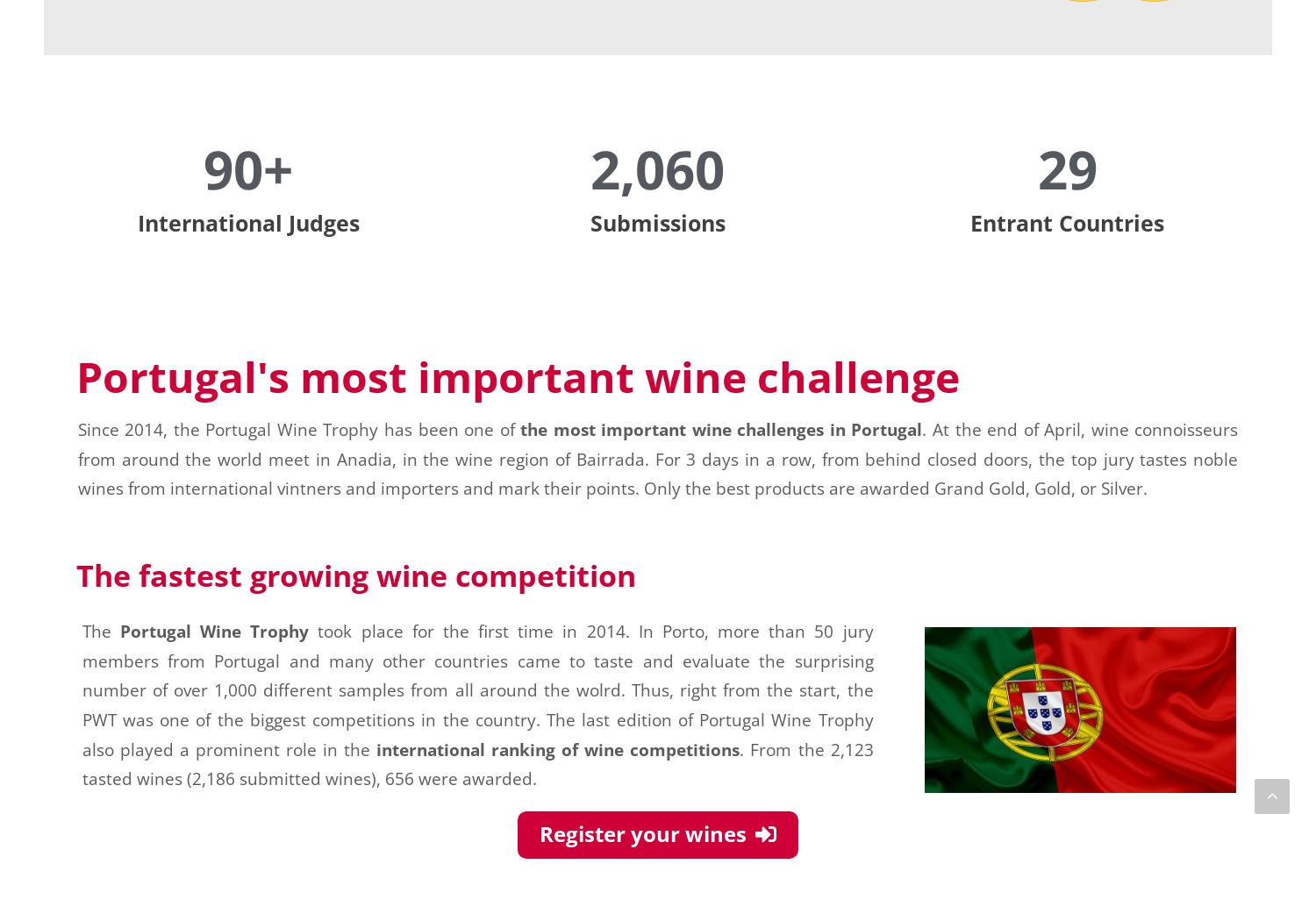 The width and height of the screenshot is (1316, 914). I want to click on 'international ranking of wine competitions', so click(375, 748).